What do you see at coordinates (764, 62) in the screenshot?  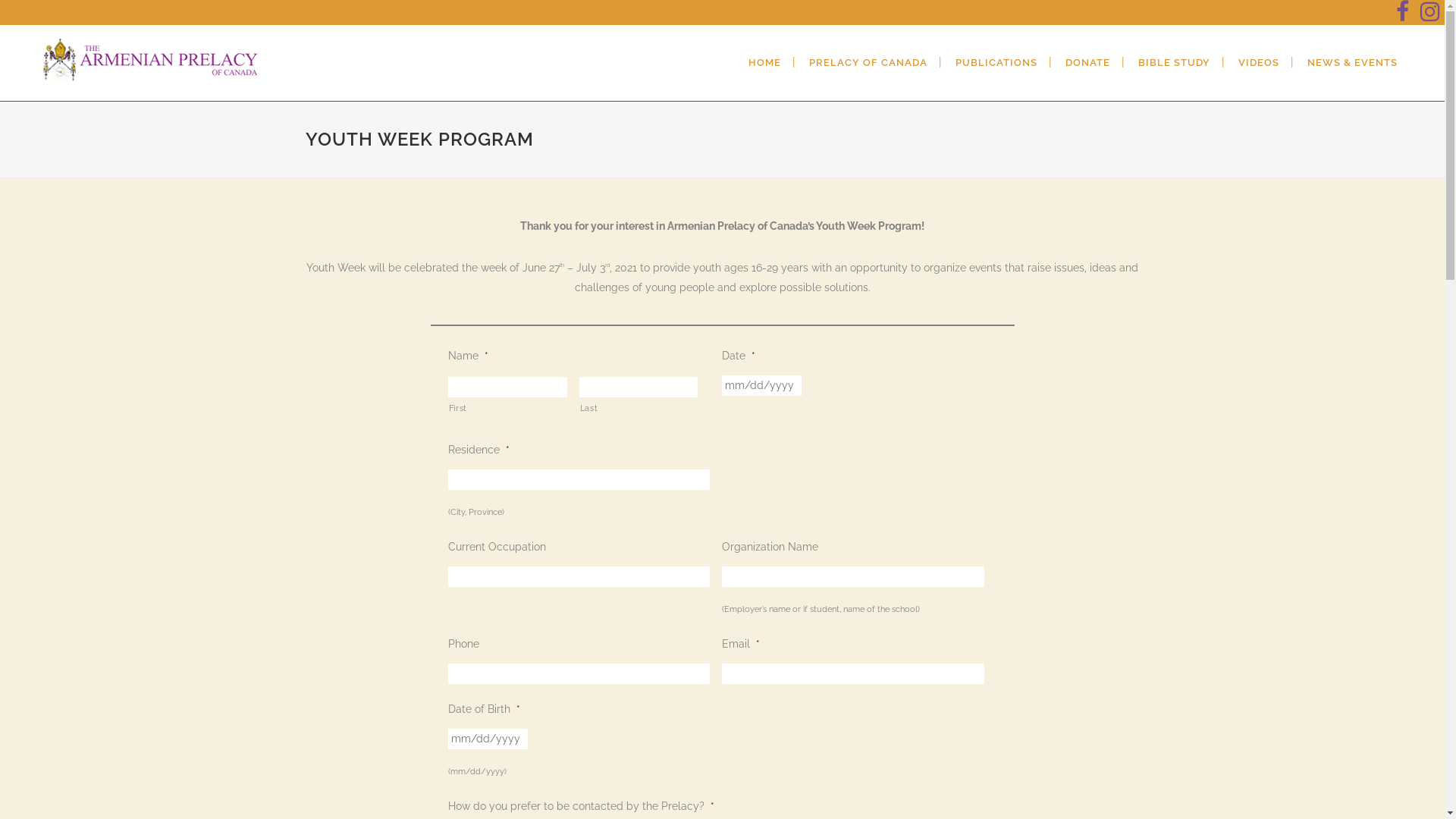 I see `'HOME'` at bounding box center [764, 62].